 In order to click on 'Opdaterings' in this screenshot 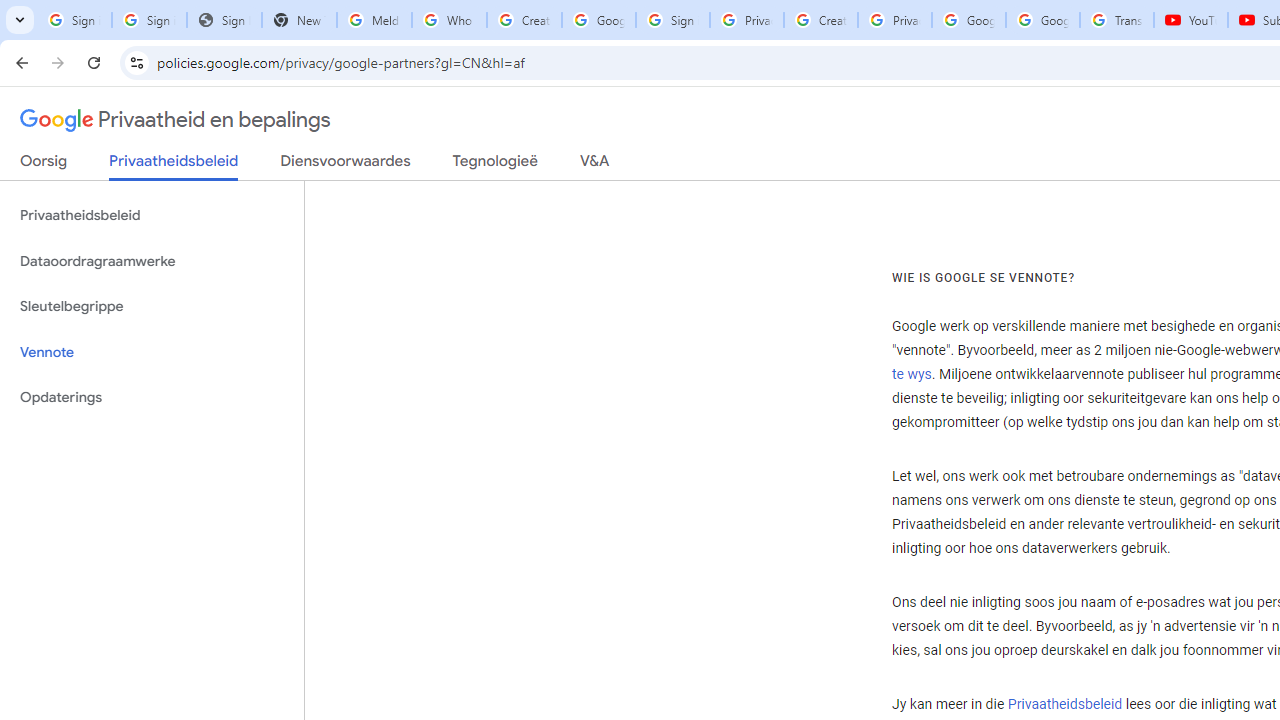, I will do `click(151, 398)`.